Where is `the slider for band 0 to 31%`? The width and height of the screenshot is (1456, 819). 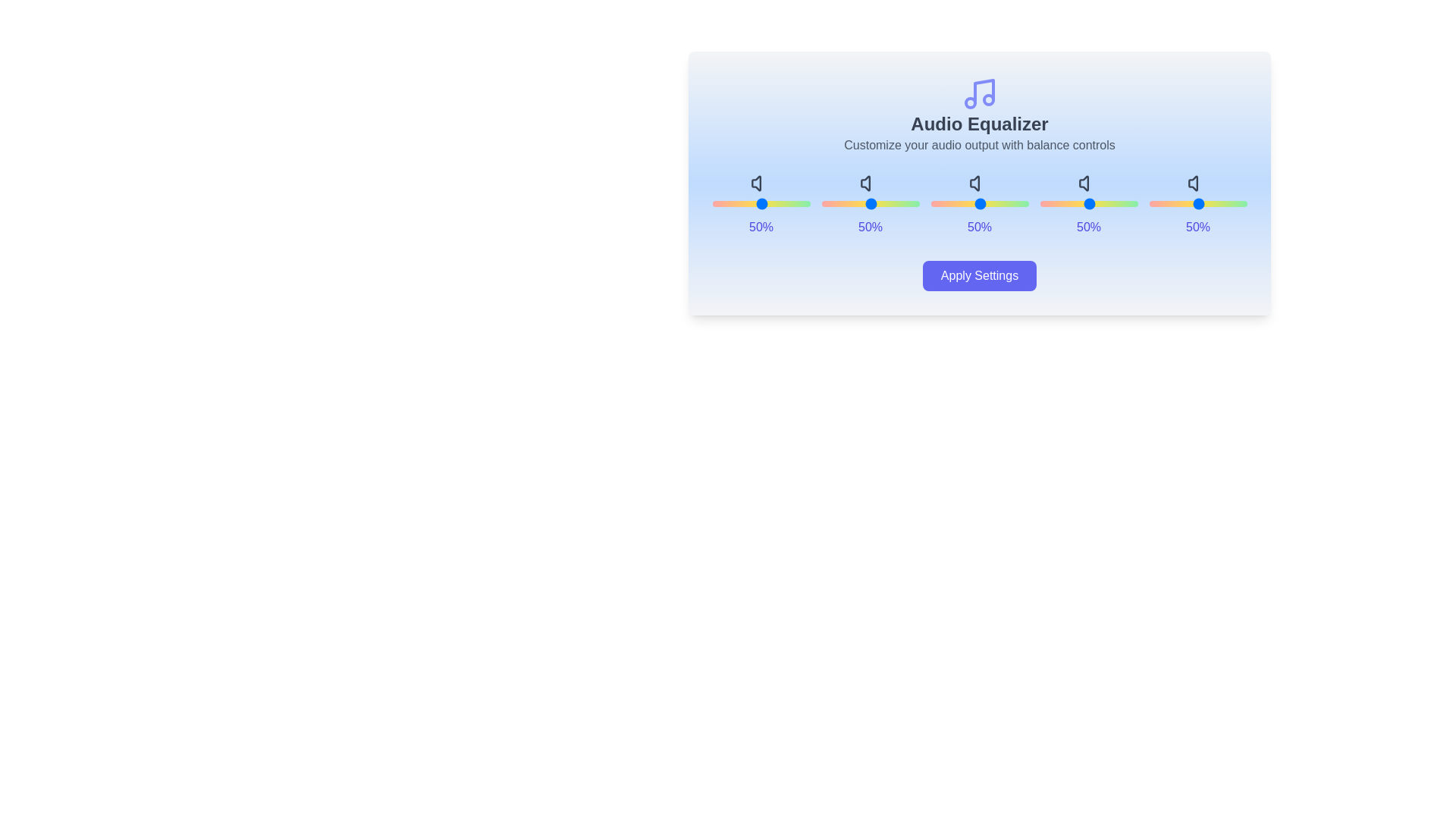
the slider for band 0 to 31% is located at coordinates (785, 203).